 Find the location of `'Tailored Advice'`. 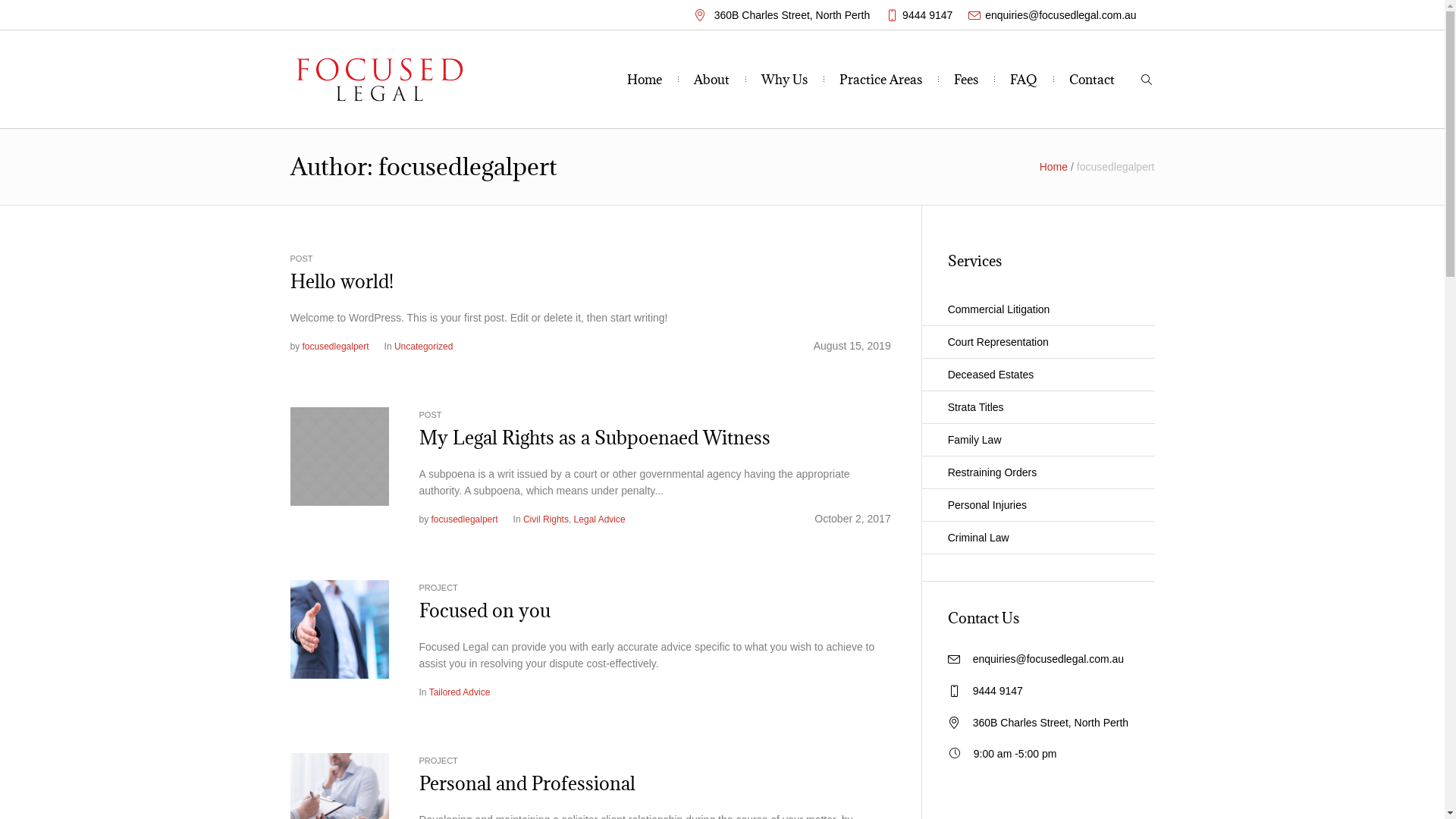

'Tailored Advice' is located at coordinates (459, 692).